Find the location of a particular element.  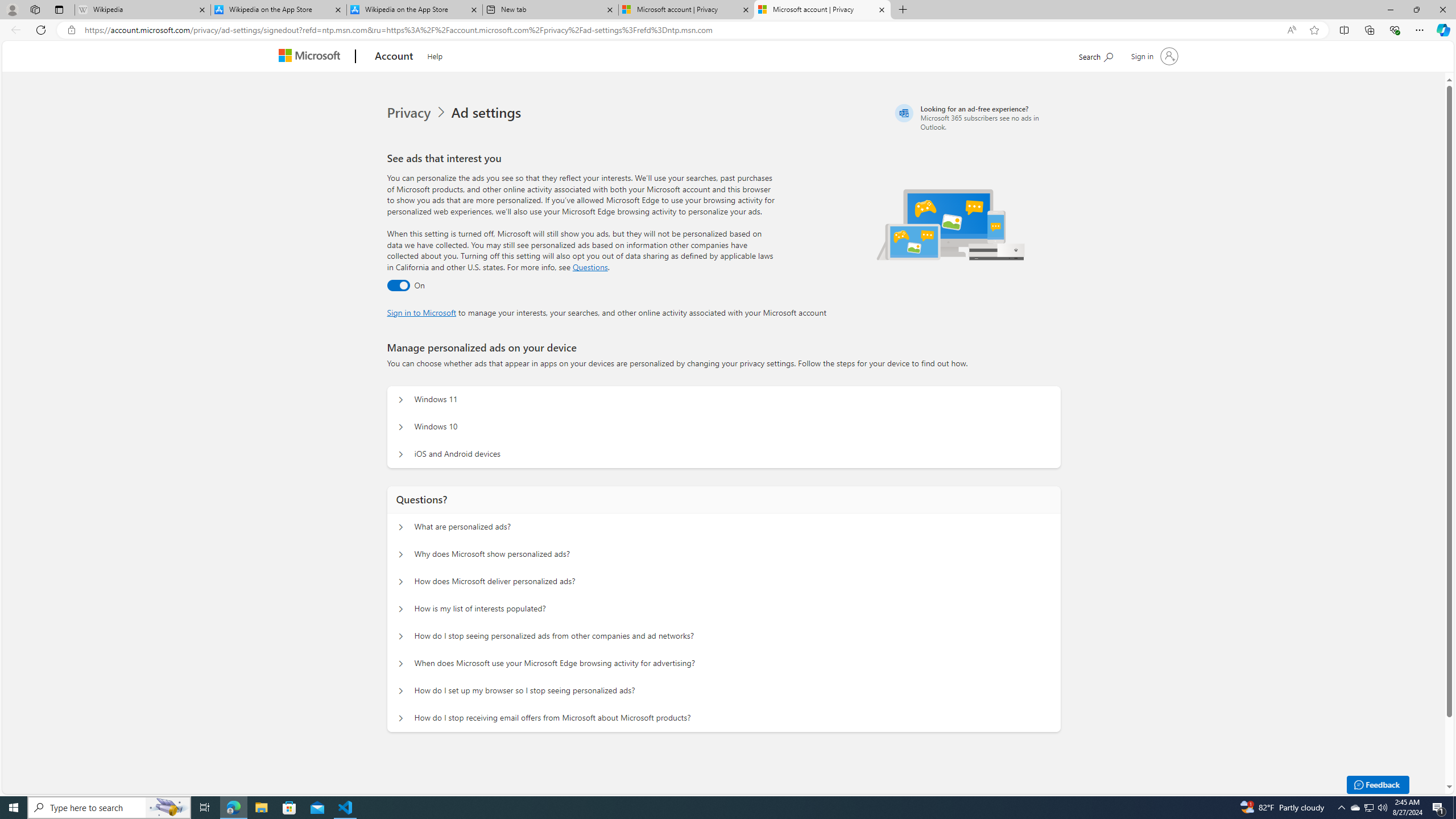

'Ad settings' is located at coordinates (487, 113).